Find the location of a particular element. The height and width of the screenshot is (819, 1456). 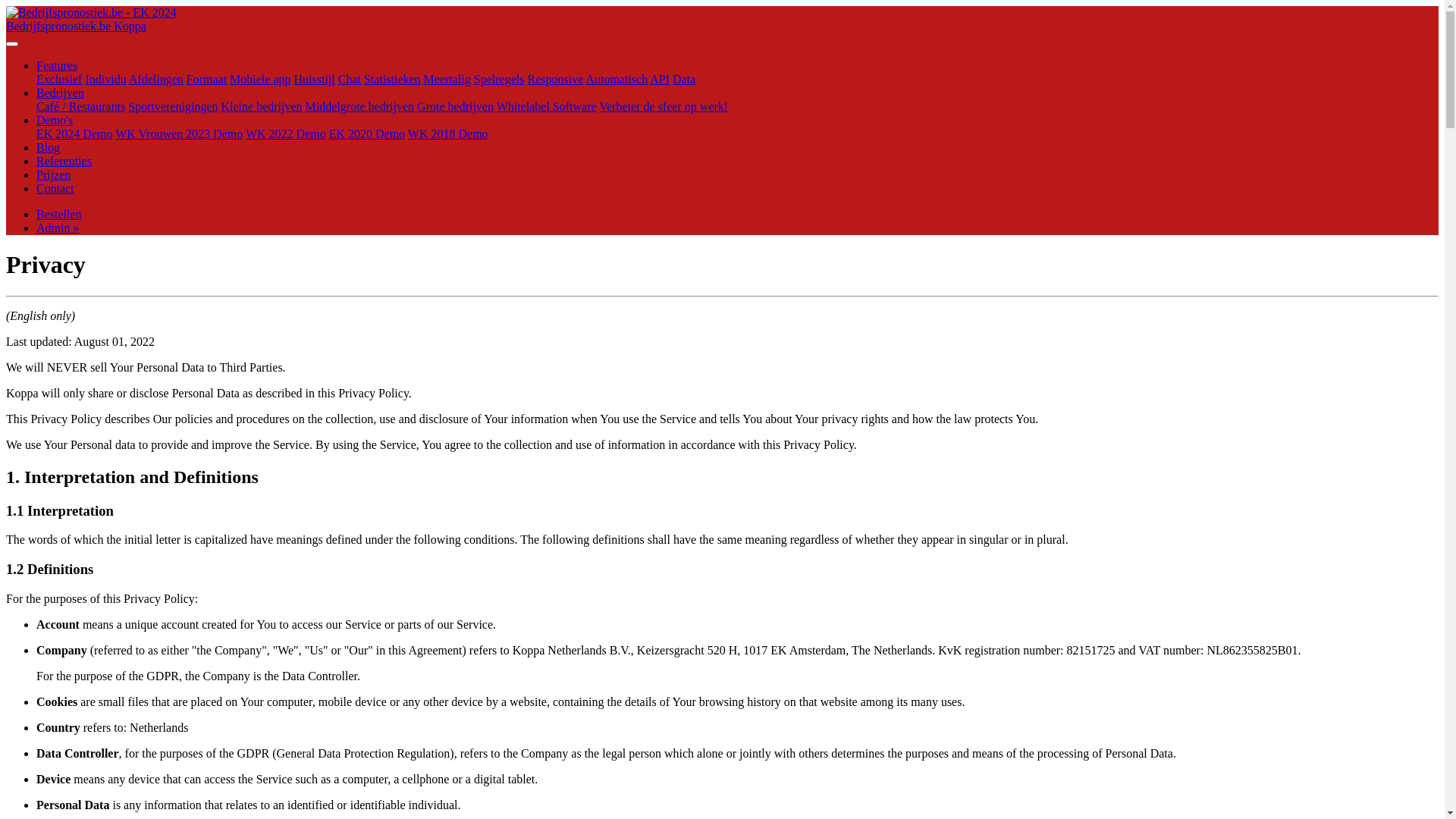

'Statistieken' is located at coordinates (392, 79).